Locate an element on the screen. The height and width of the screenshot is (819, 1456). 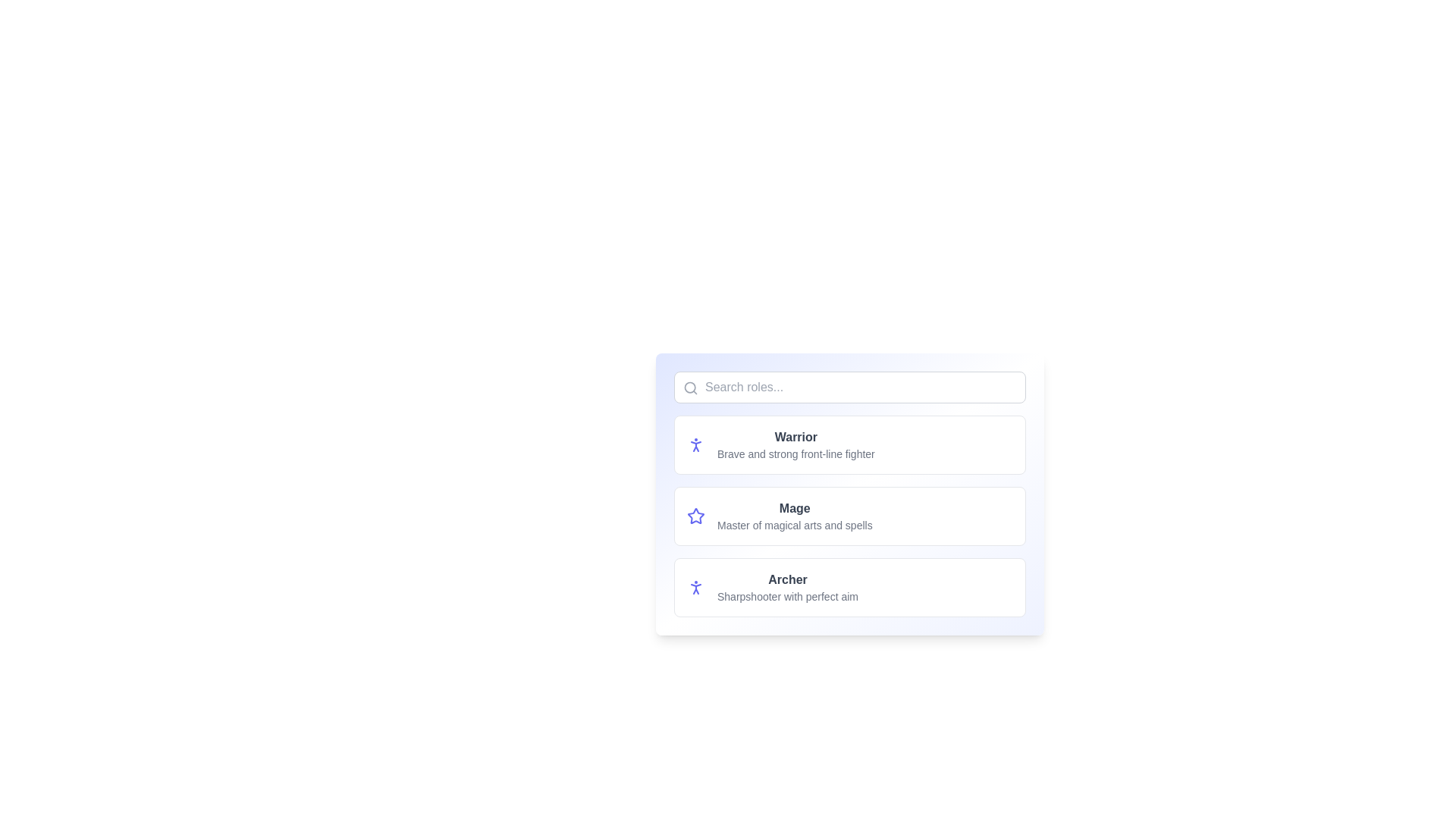
the selectable option describing the 'Warrior' role, which is the second item in the vertical list of selectable options is located at coordinates (795, 444).